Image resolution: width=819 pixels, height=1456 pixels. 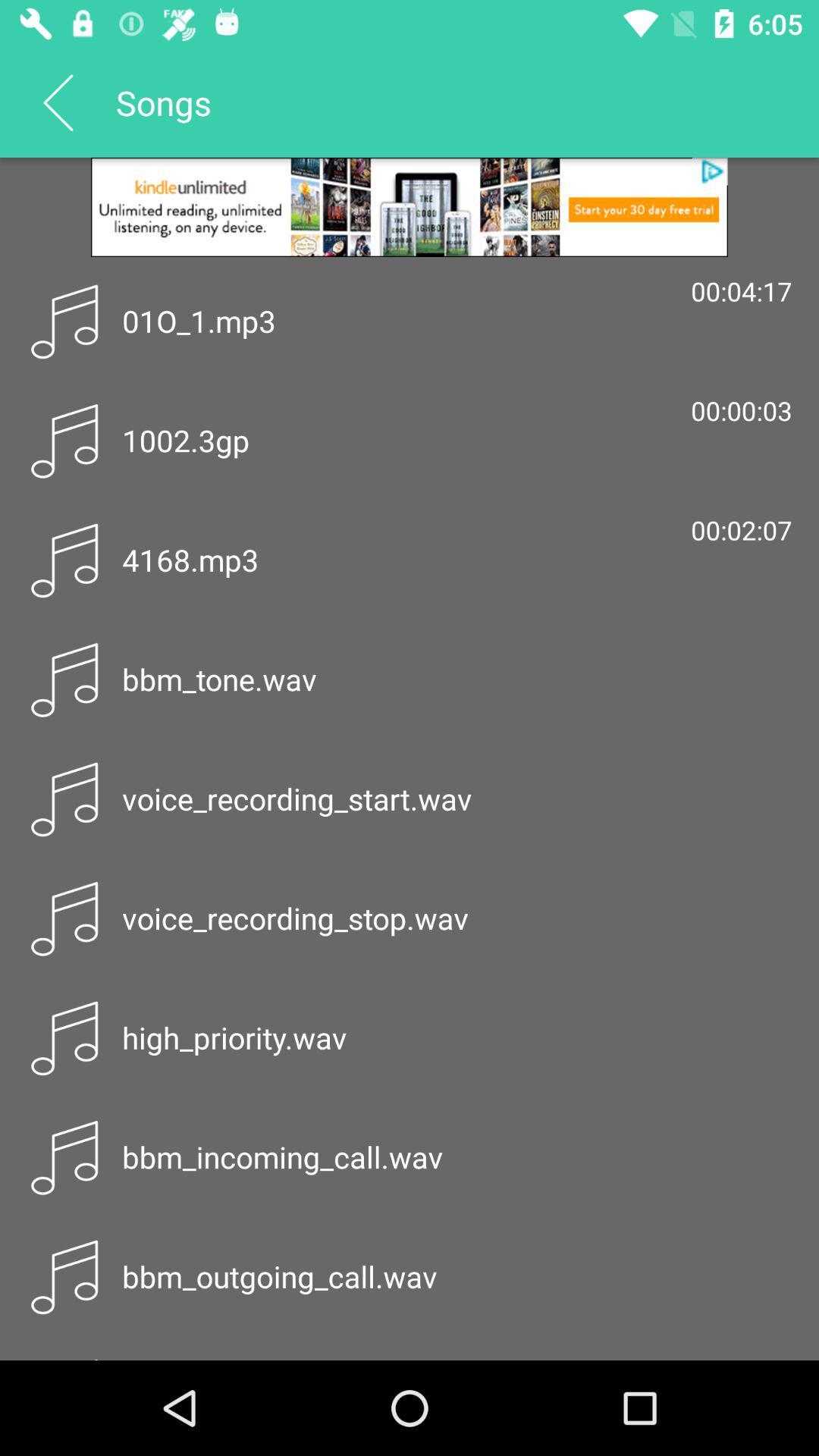 What do you see at coordinates (57, 101) in the screenshot?
I see `prevoius buttton` at bounding box center [57, 101].